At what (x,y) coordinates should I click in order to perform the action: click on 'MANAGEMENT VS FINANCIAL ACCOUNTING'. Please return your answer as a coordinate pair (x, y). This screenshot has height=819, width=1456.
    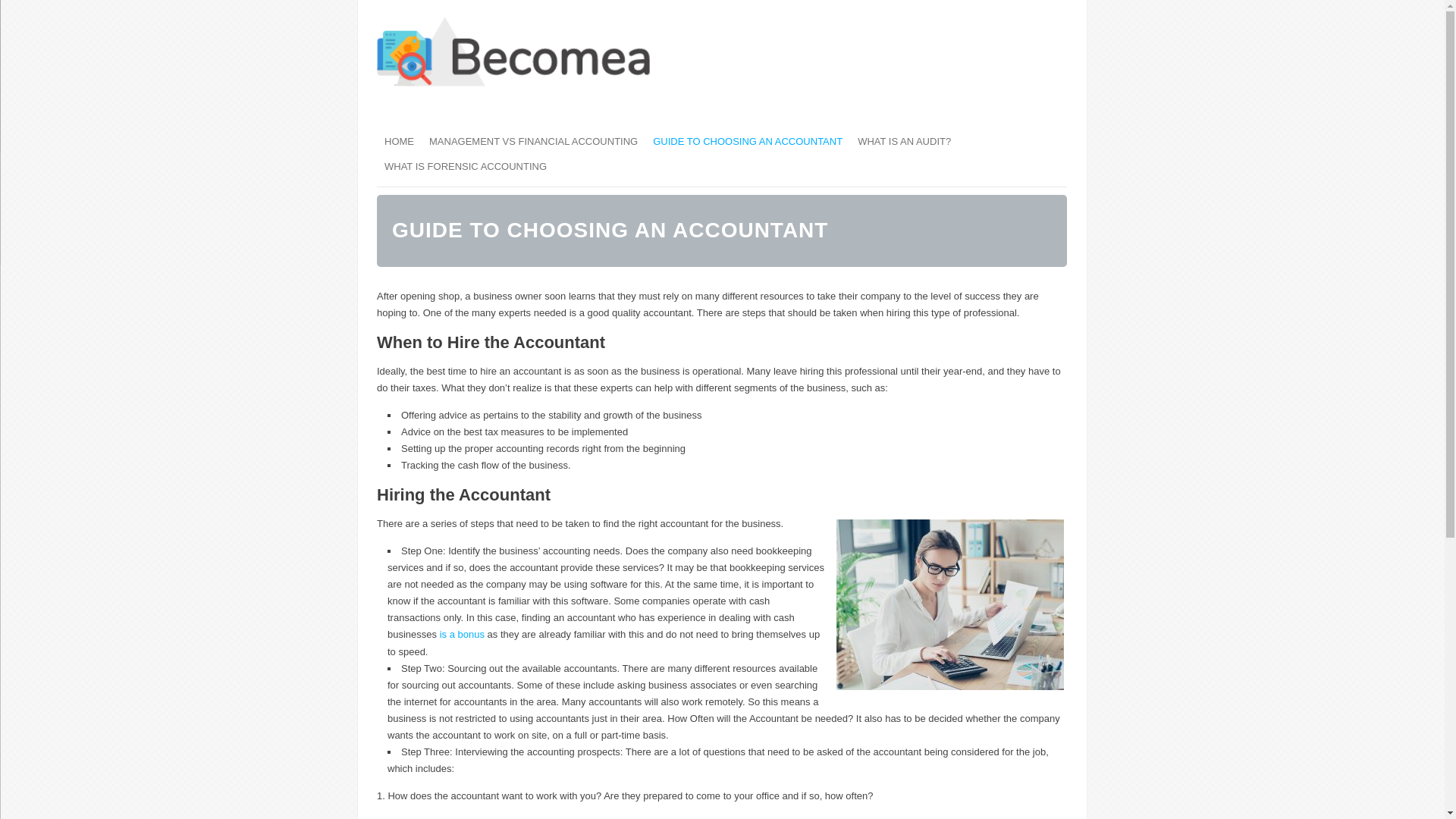
    Looking at the image, I should click on (533, 141).